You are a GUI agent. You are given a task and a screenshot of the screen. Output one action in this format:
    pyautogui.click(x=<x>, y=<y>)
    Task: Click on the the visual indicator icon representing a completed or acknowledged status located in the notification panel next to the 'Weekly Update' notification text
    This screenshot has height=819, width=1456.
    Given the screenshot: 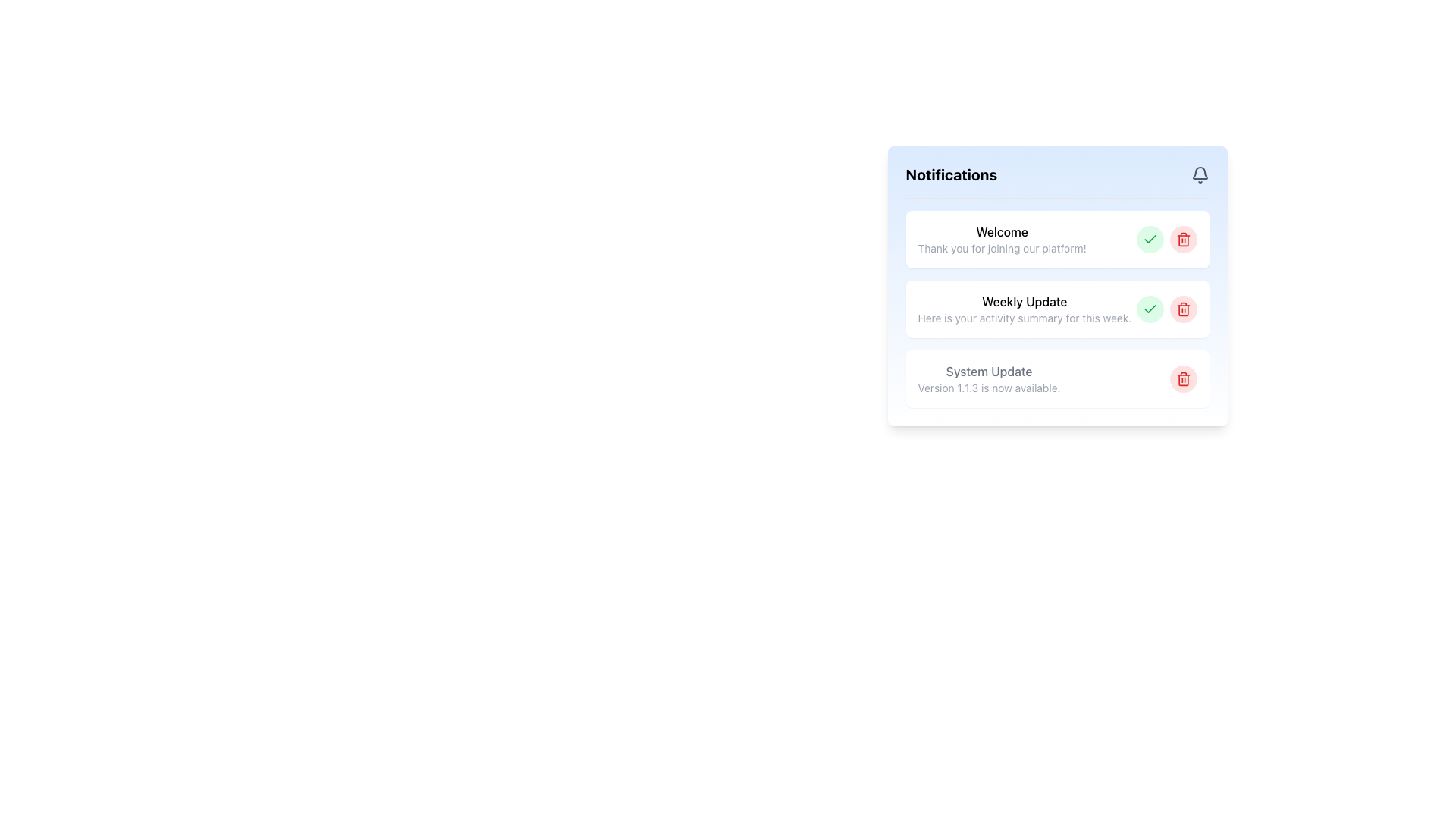 What is the action you would take?
    pyautogui.click(x=1150, y=239)
    